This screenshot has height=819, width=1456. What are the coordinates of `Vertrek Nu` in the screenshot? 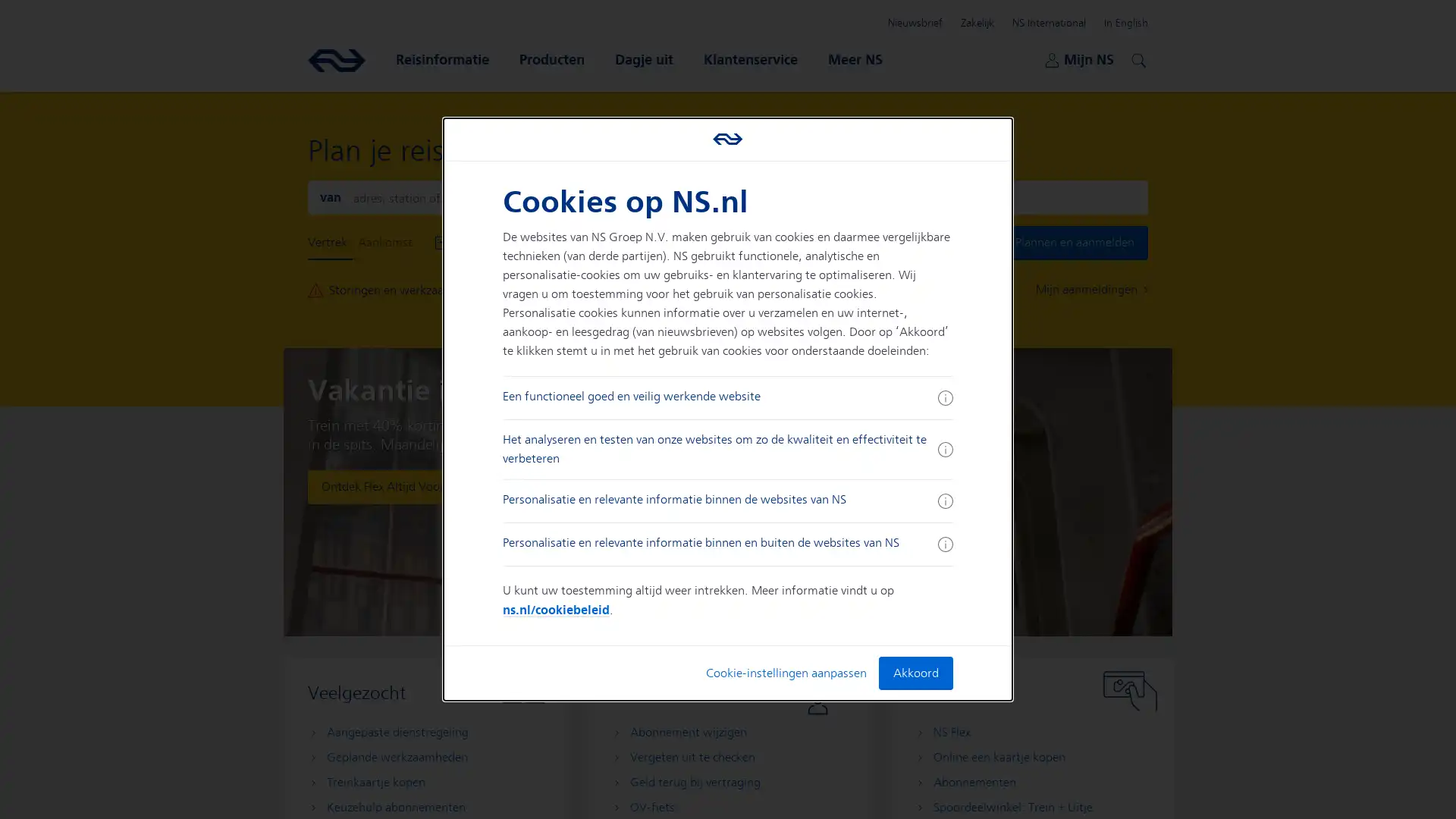 It's located at (629, 242).